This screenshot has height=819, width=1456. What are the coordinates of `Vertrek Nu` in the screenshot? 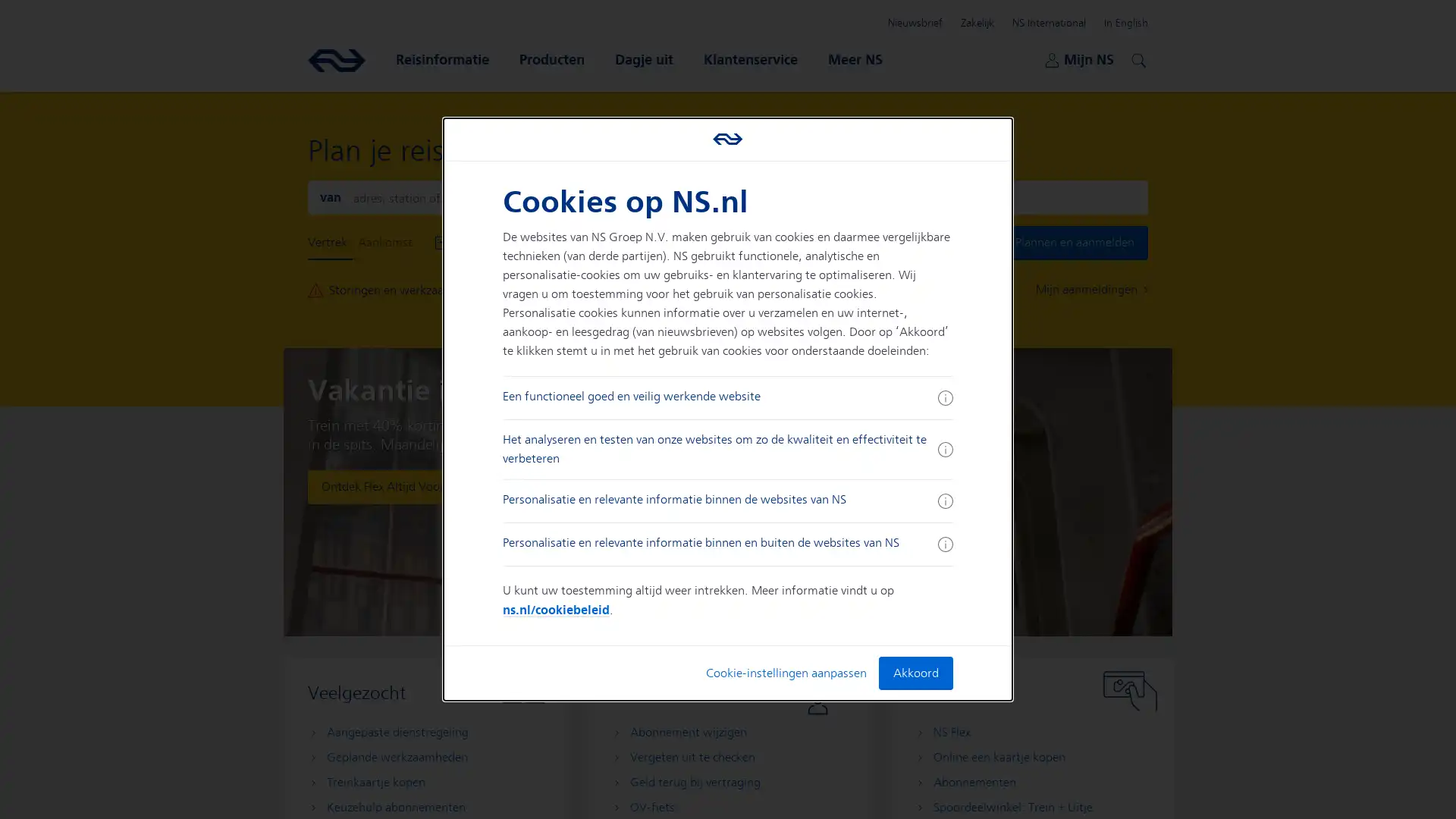 It's located at (629, 242).